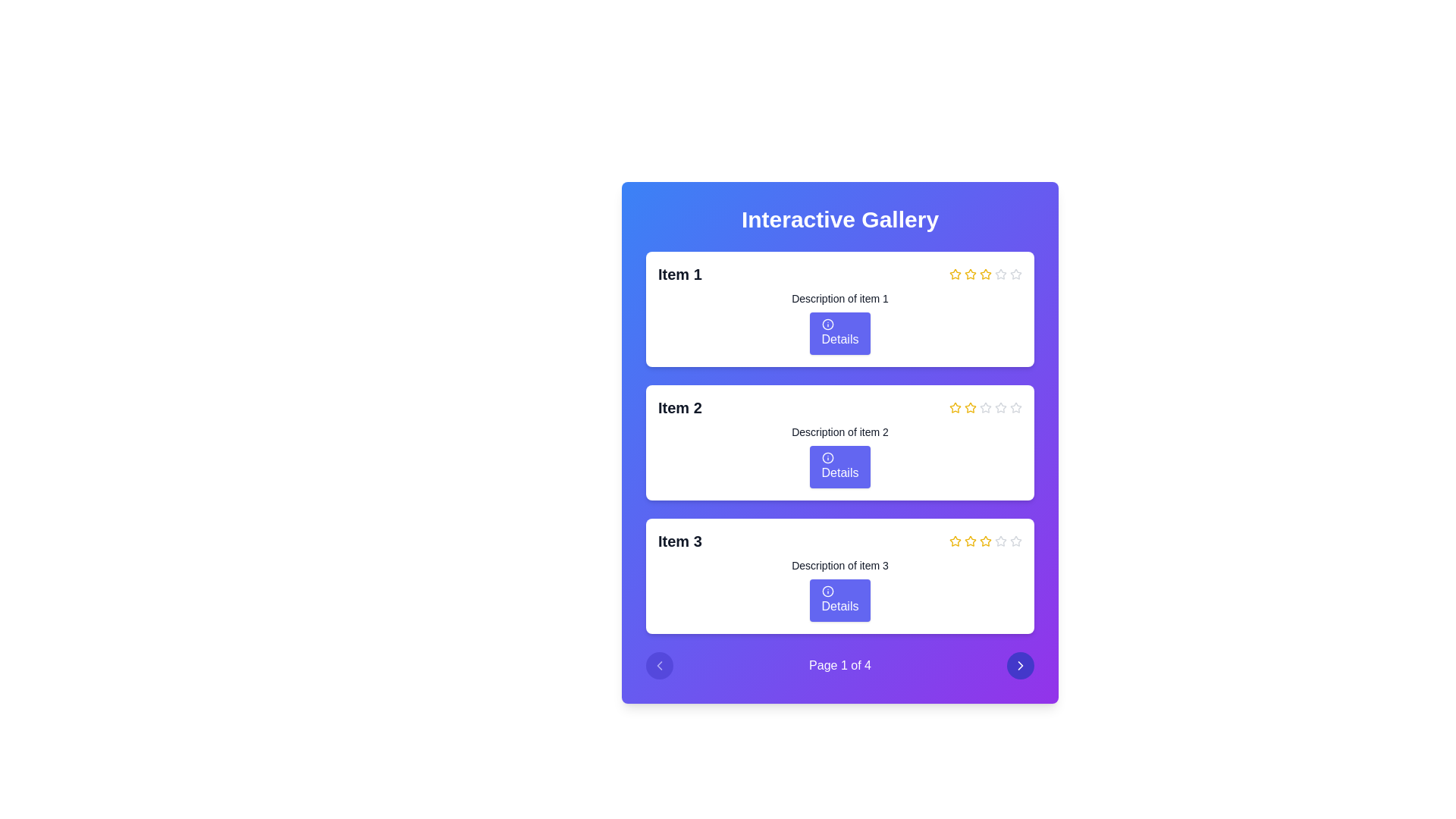 This screenshot has height=819, width=1456. Describe the element at coordinates (954, 540) in the screenshot. I see `the first star icon in the rating sequence on the right side of the card labeled 'Item 3' to set a rating` at that location.